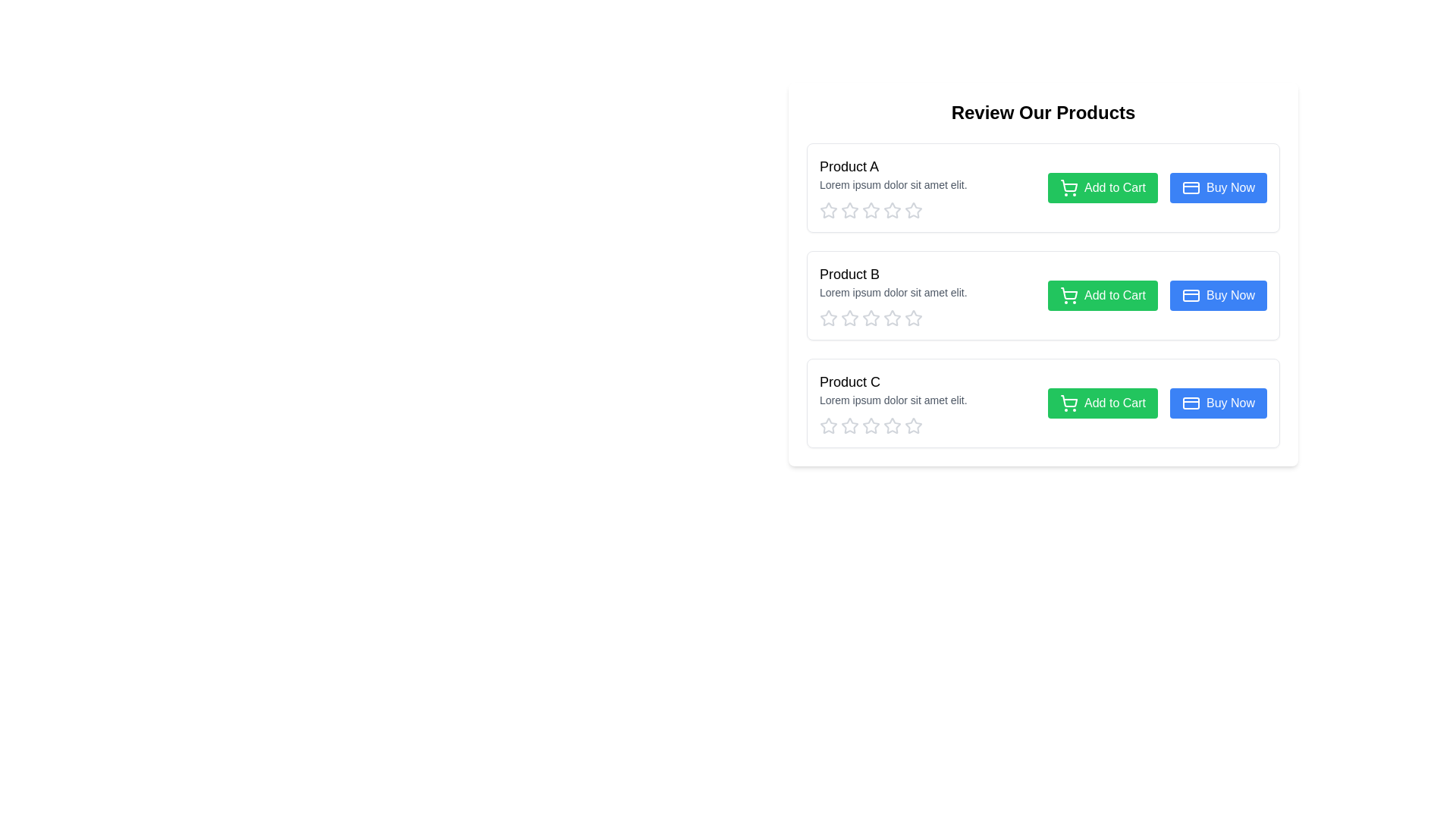  I want to click on the 'Buy Now' button with a blue background and white text, located immediately to the right of the 'Add to Cart' button, to proceed to the purchase flow, so click(1219, 403).